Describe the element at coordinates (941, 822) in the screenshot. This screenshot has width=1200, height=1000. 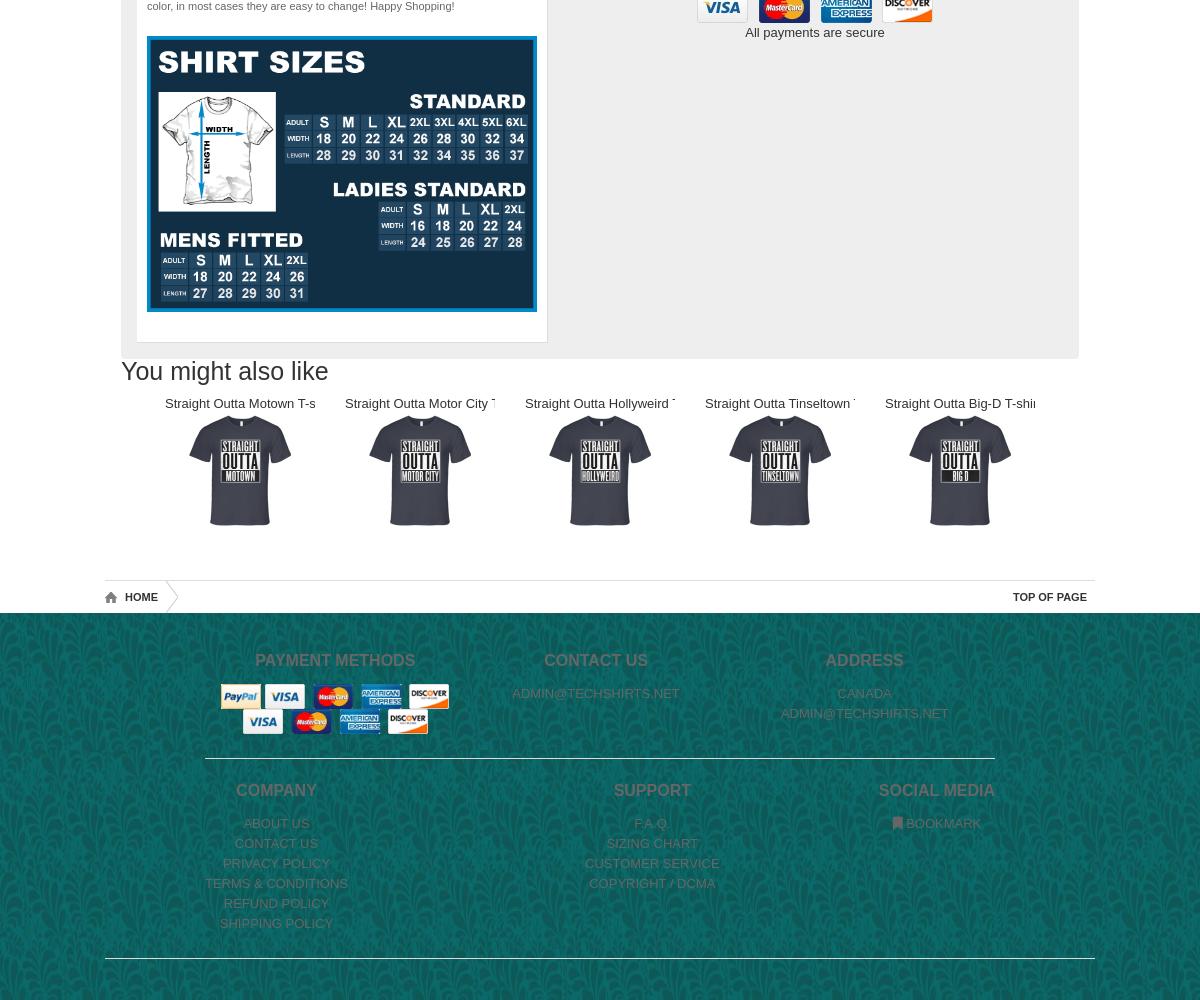
I see `'Bookmark'` at that location.